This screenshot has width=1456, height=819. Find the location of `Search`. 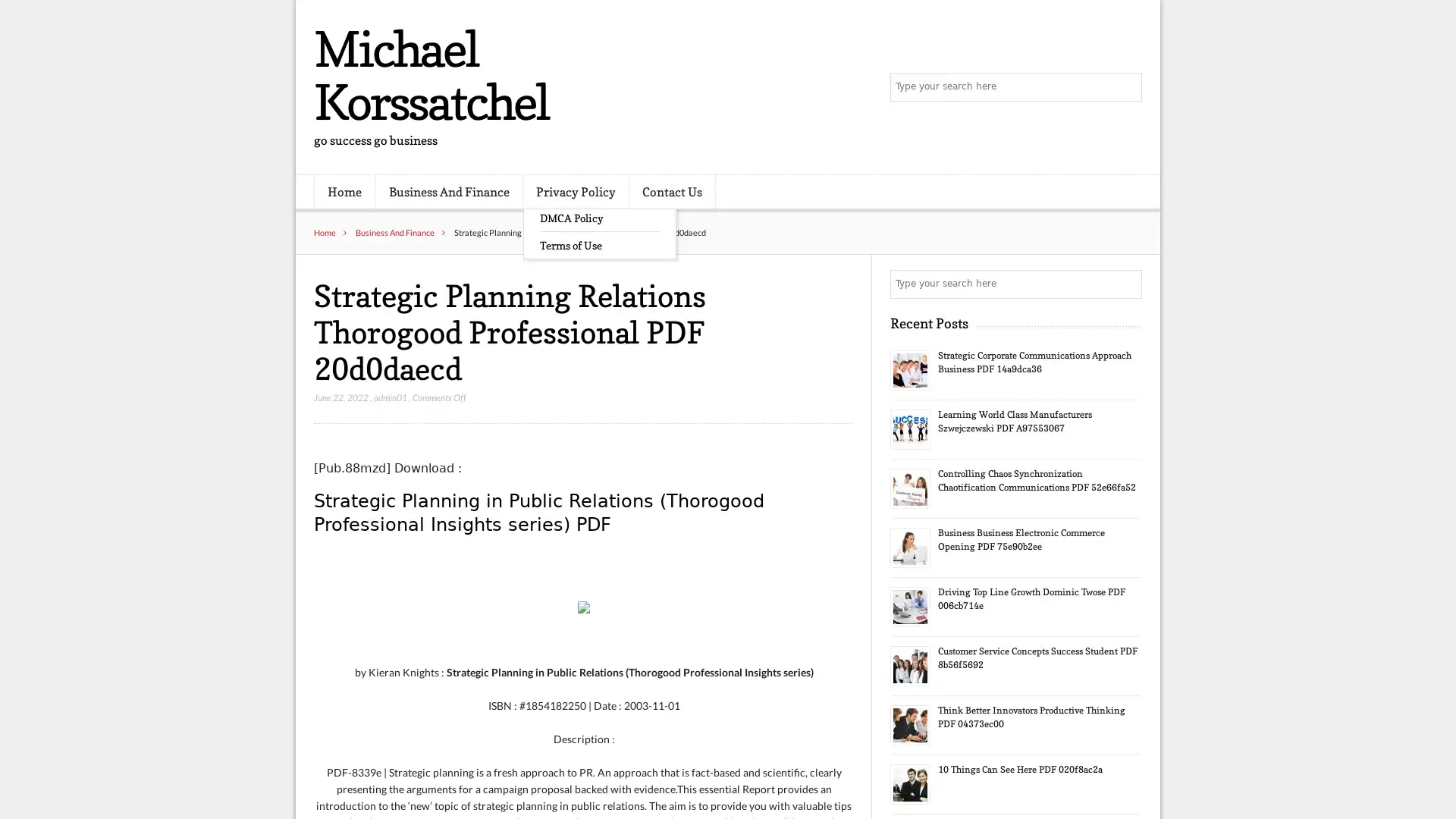

Search is located at coordinates (1126, 284).